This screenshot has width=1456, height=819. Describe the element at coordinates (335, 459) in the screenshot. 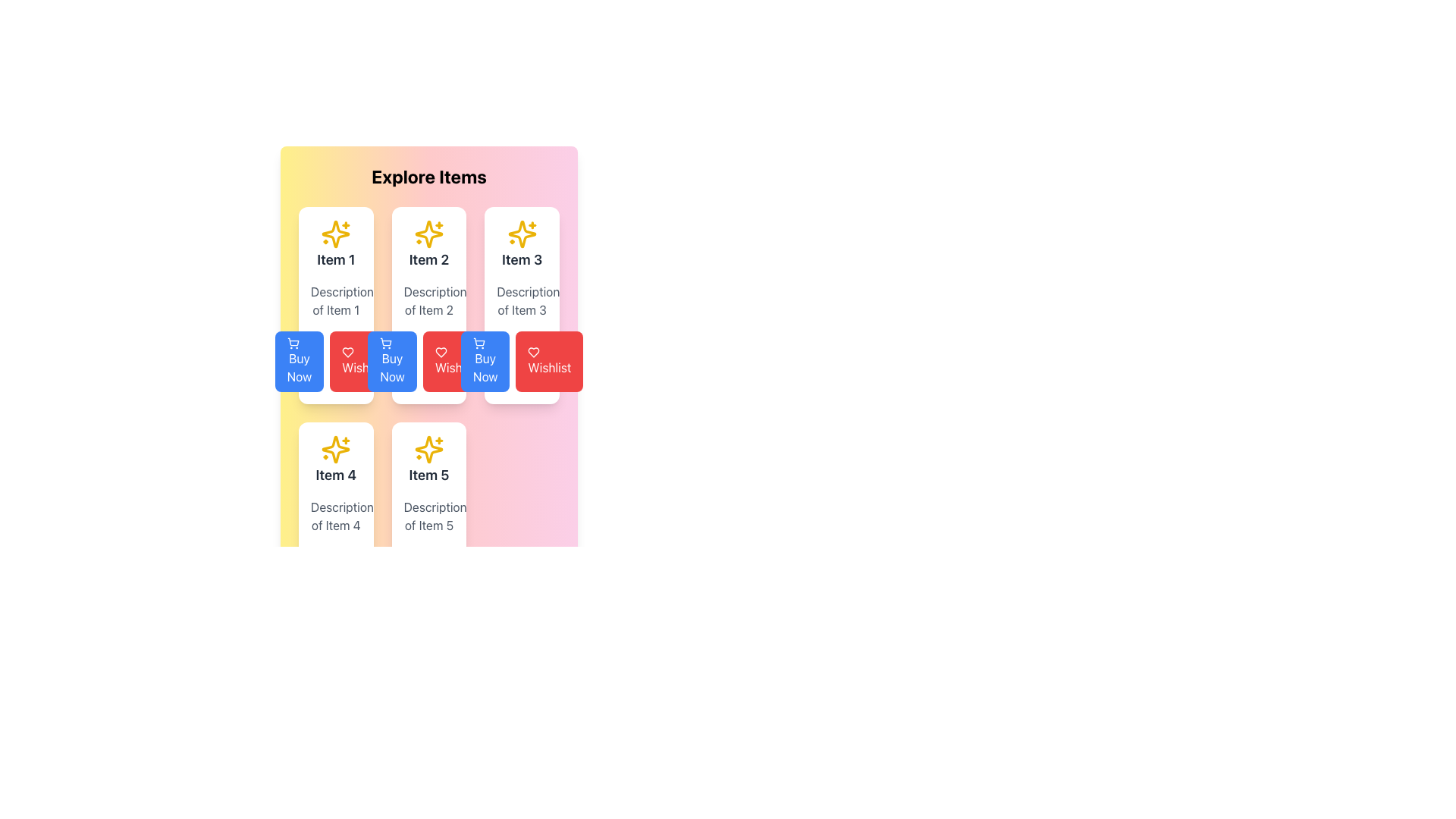

I see `the label for 'Item 4', which is the fourth item in the vertically arranged grid below the 'Explore Items' header` at that location.